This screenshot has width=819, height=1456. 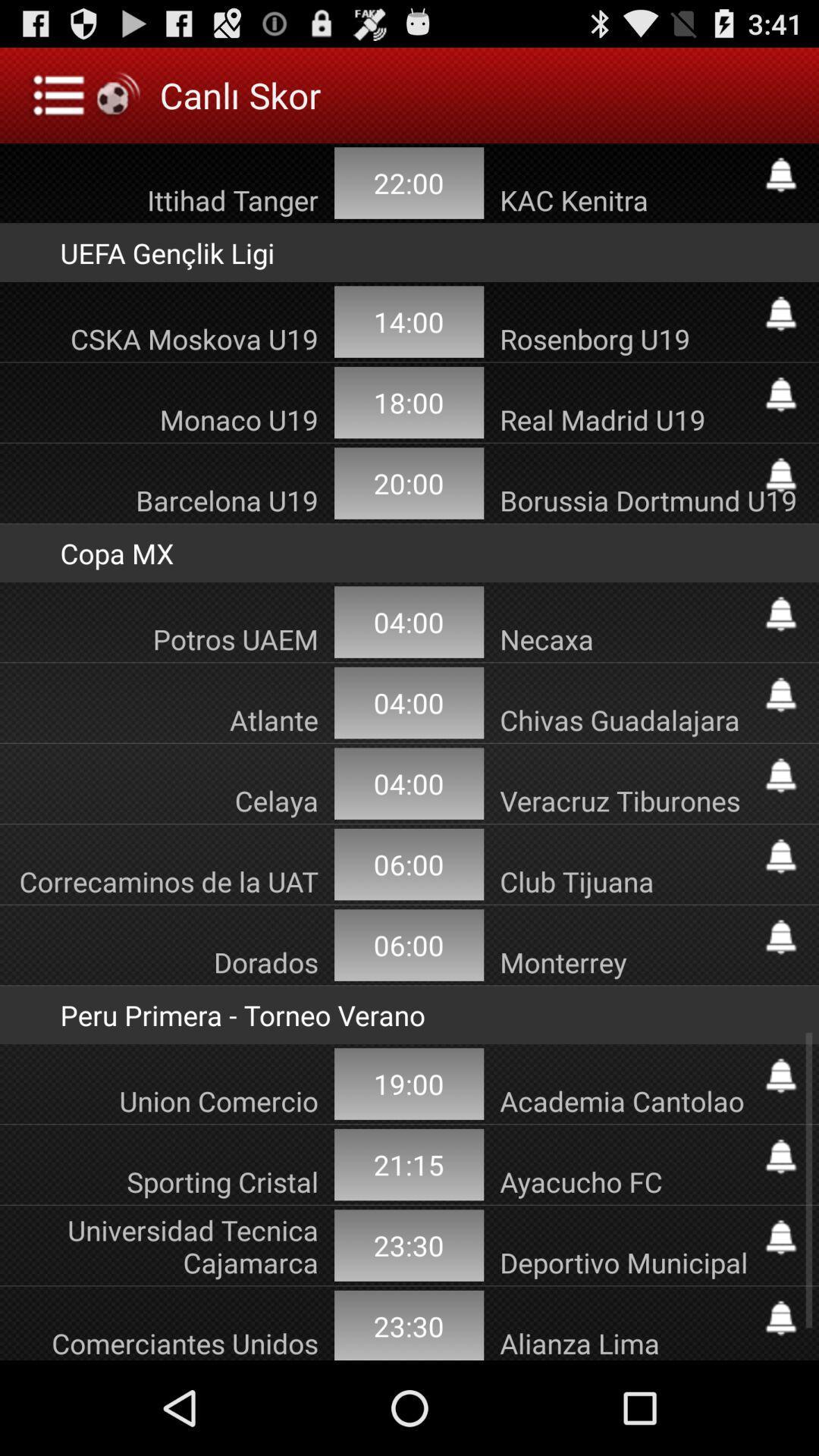 What do you see at coordinates (780, 937) in the screenshot?
I see `notification bell` at bounding box center [780, 937].